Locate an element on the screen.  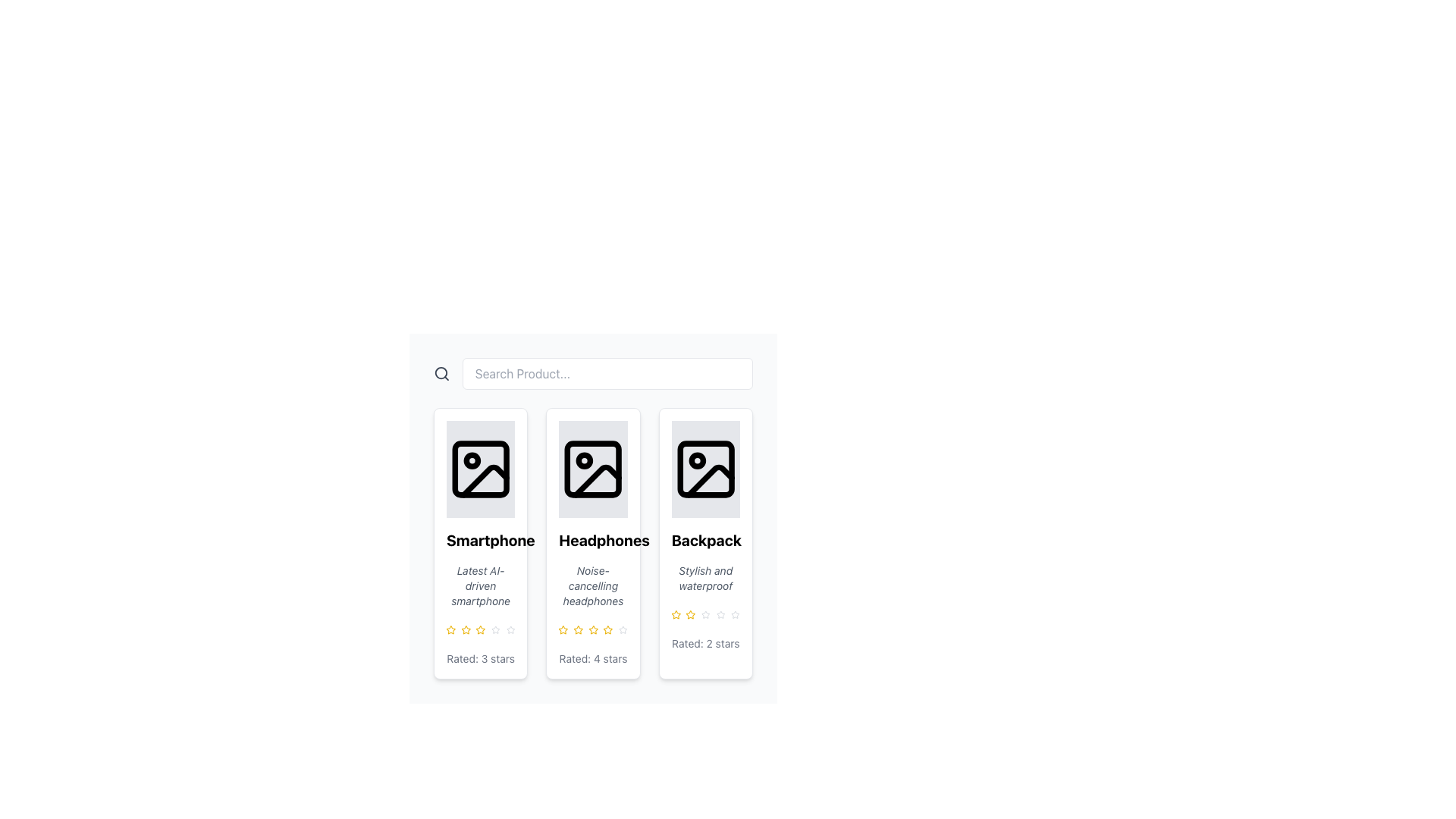
the black and white image placeholder icon representing the product image in the 'Headphones' card for navigation is located at coordinates (592, 468).